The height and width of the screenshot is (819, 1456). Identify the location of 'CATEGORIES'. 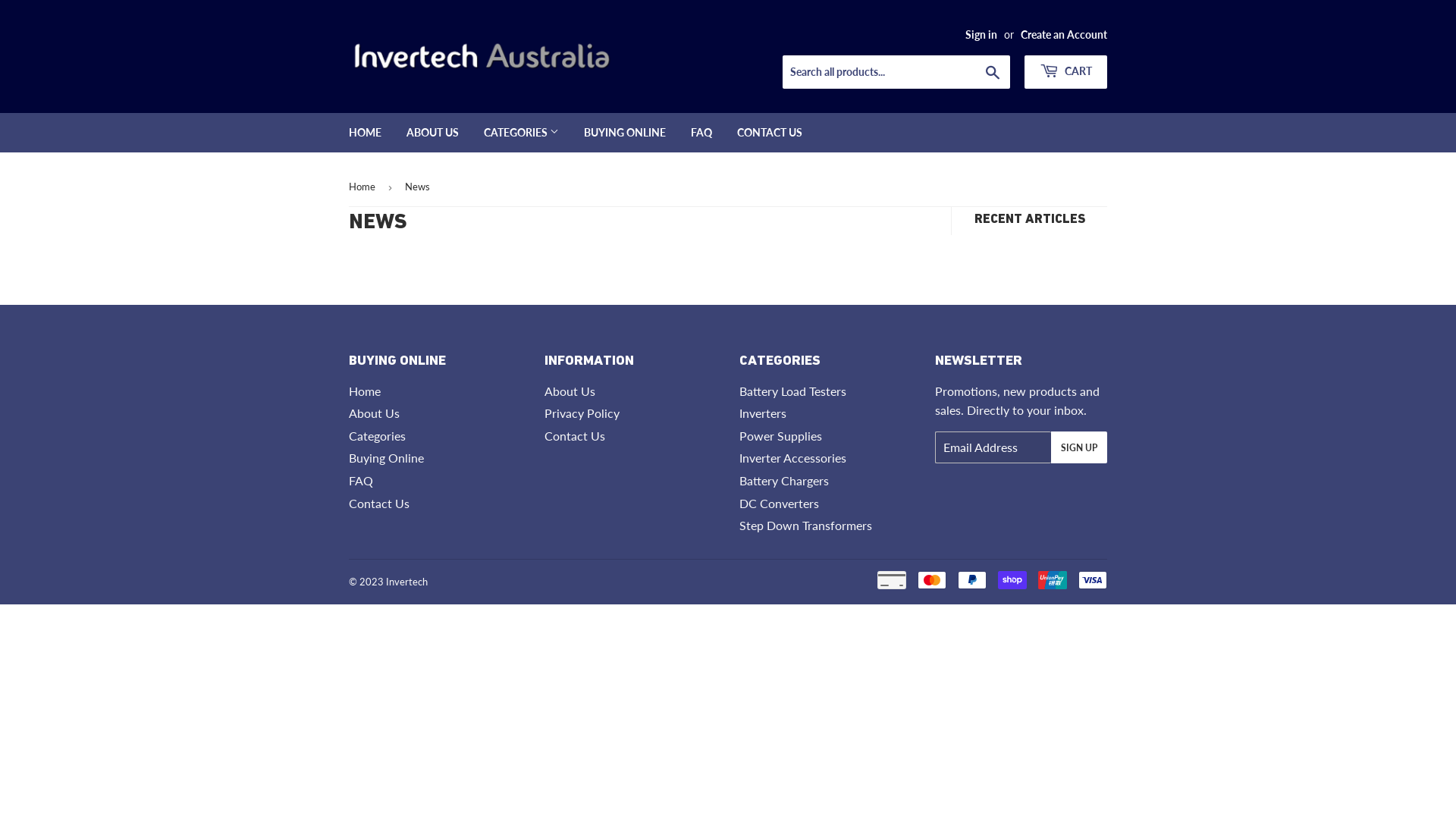
(472, 131).